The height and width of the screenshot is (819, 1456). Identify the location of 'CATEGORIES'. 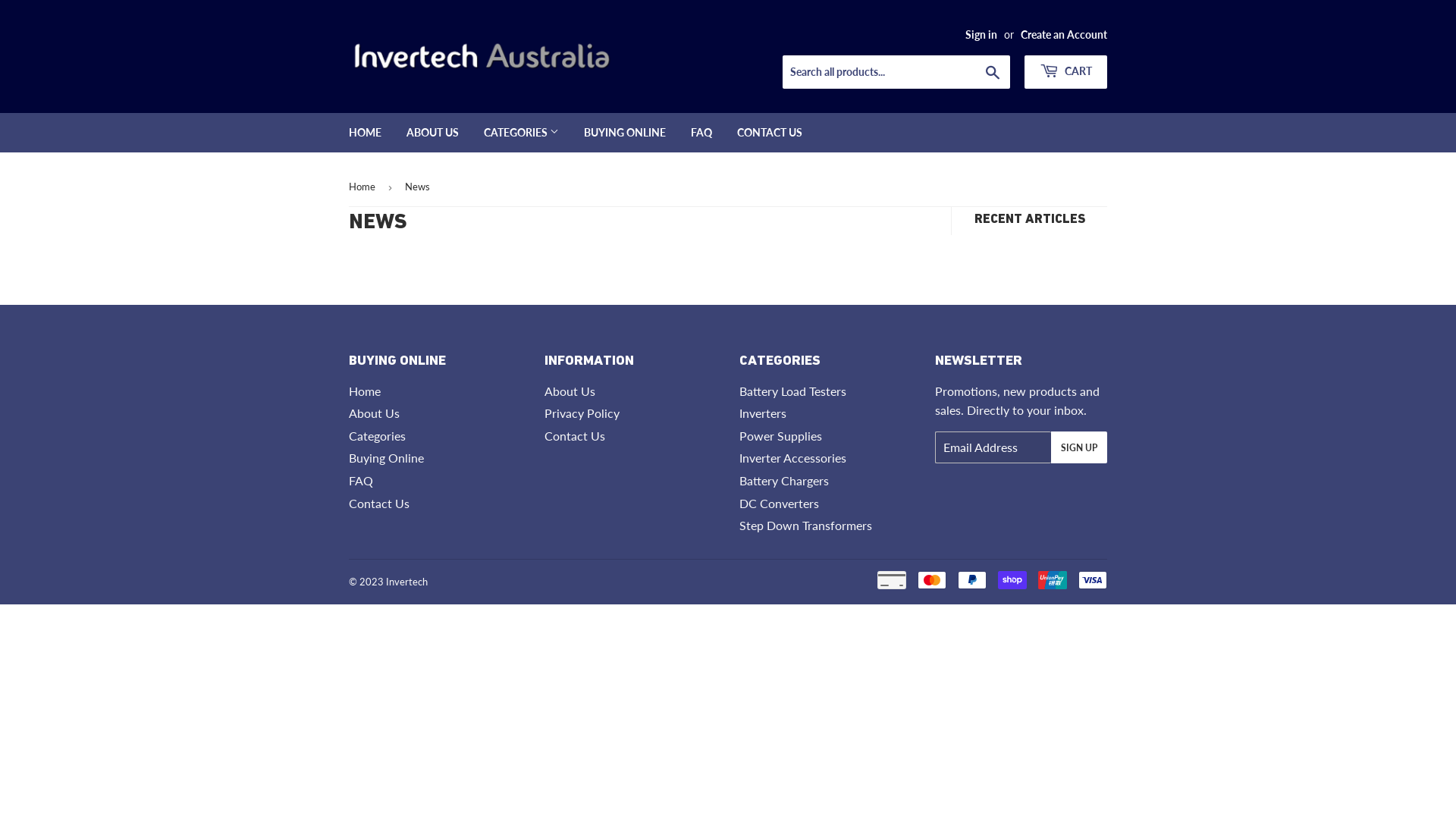
(472, 131).